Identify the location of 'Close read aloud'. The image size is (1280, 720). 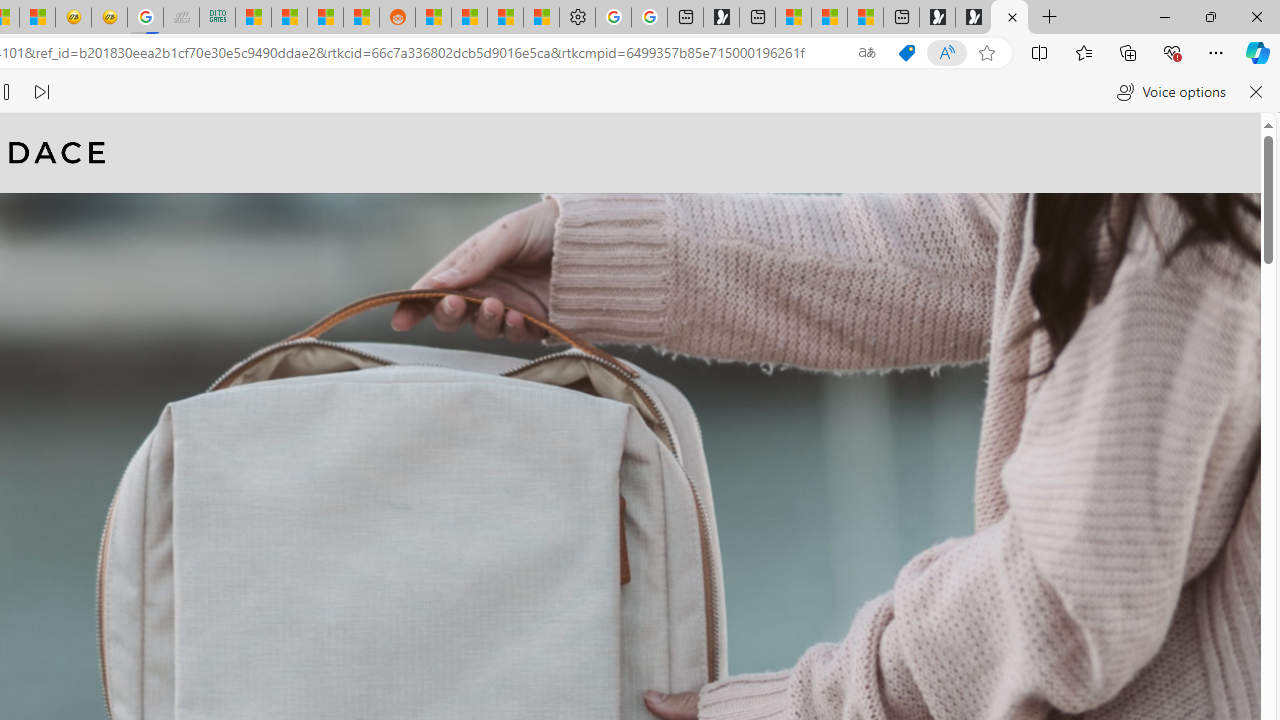
(1254, 92).